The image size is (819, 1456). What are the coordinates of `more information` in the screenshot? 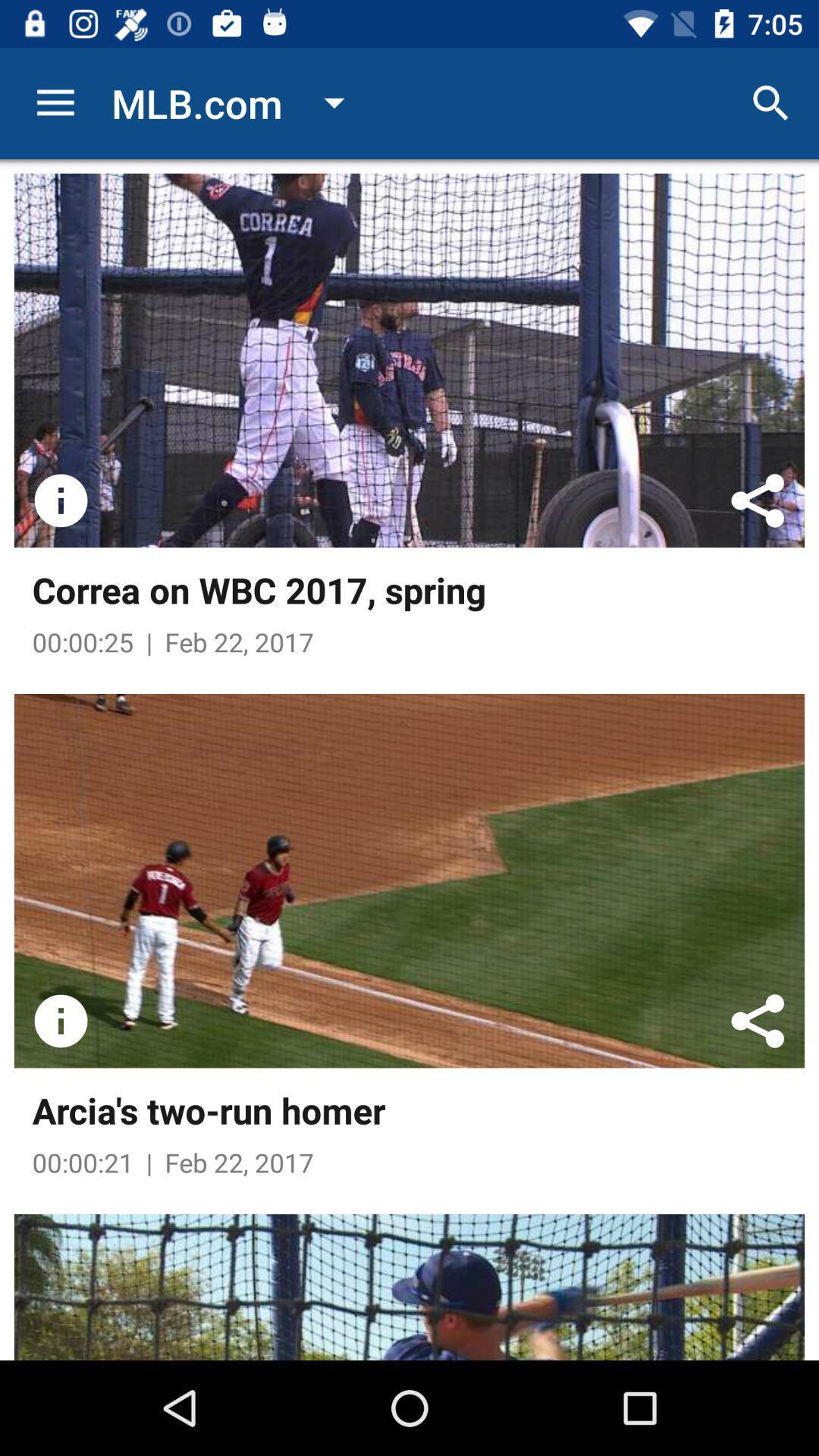 It's located at (60, 1021).